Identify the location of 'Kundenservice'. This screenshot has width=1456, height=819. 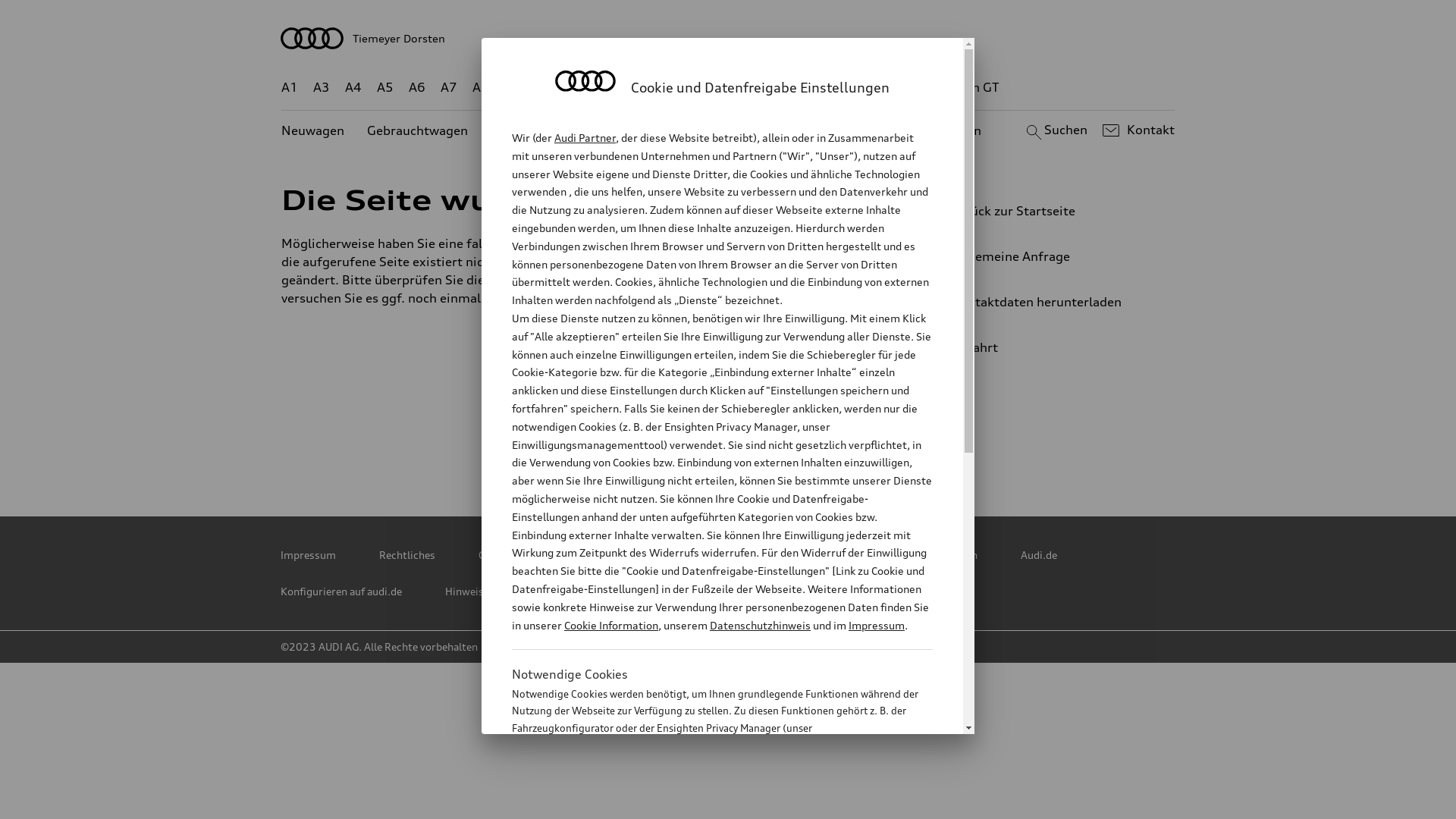
(736, 130).